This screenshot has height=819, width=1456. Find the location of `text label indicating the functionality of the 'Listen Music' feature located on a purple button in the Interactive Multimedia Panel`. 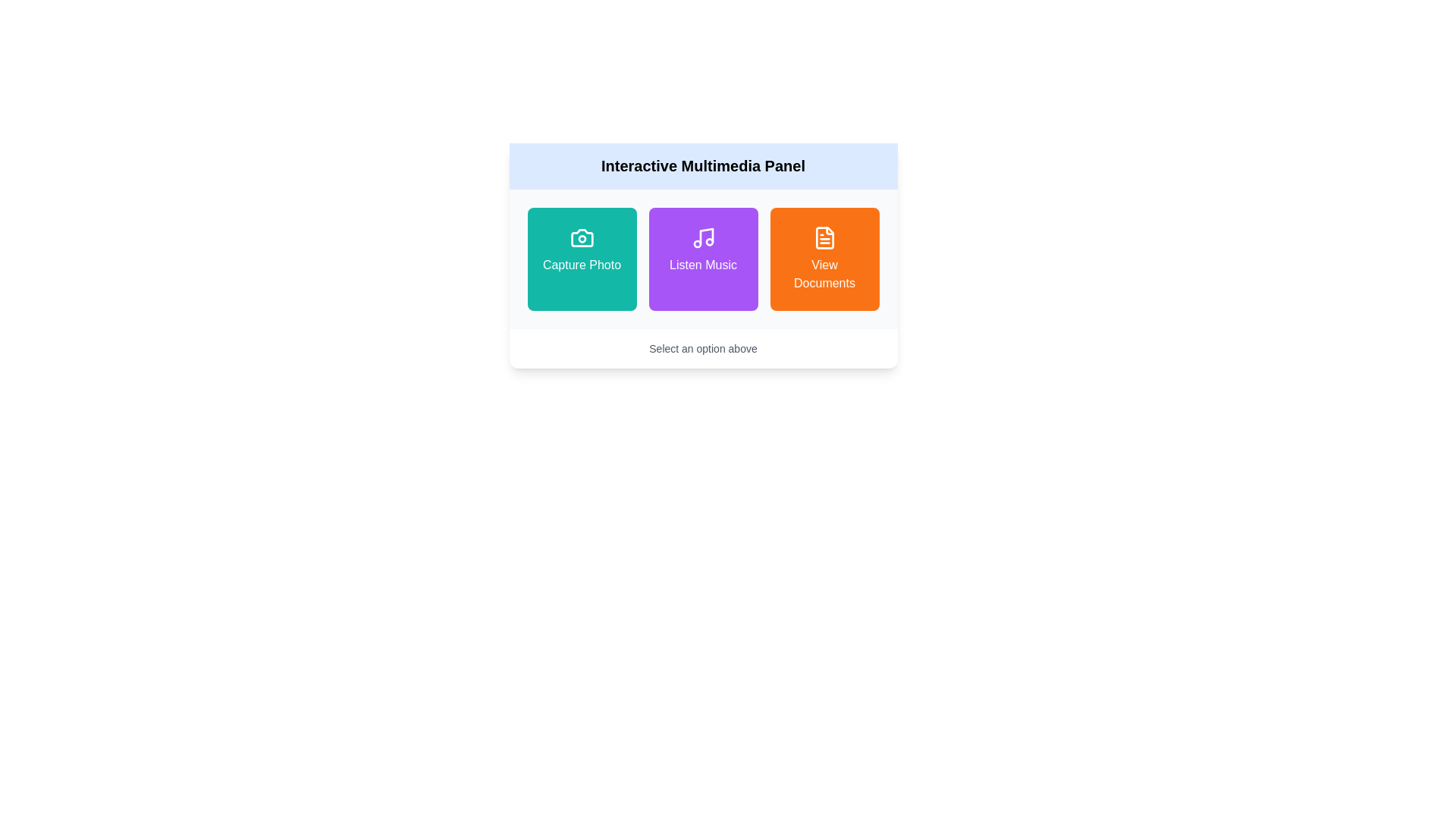

text label indicating the functionality of the 'Listen Music' feature located on a purple button in the Interactive Multimedia Panel is located at coordinates (702, 265).